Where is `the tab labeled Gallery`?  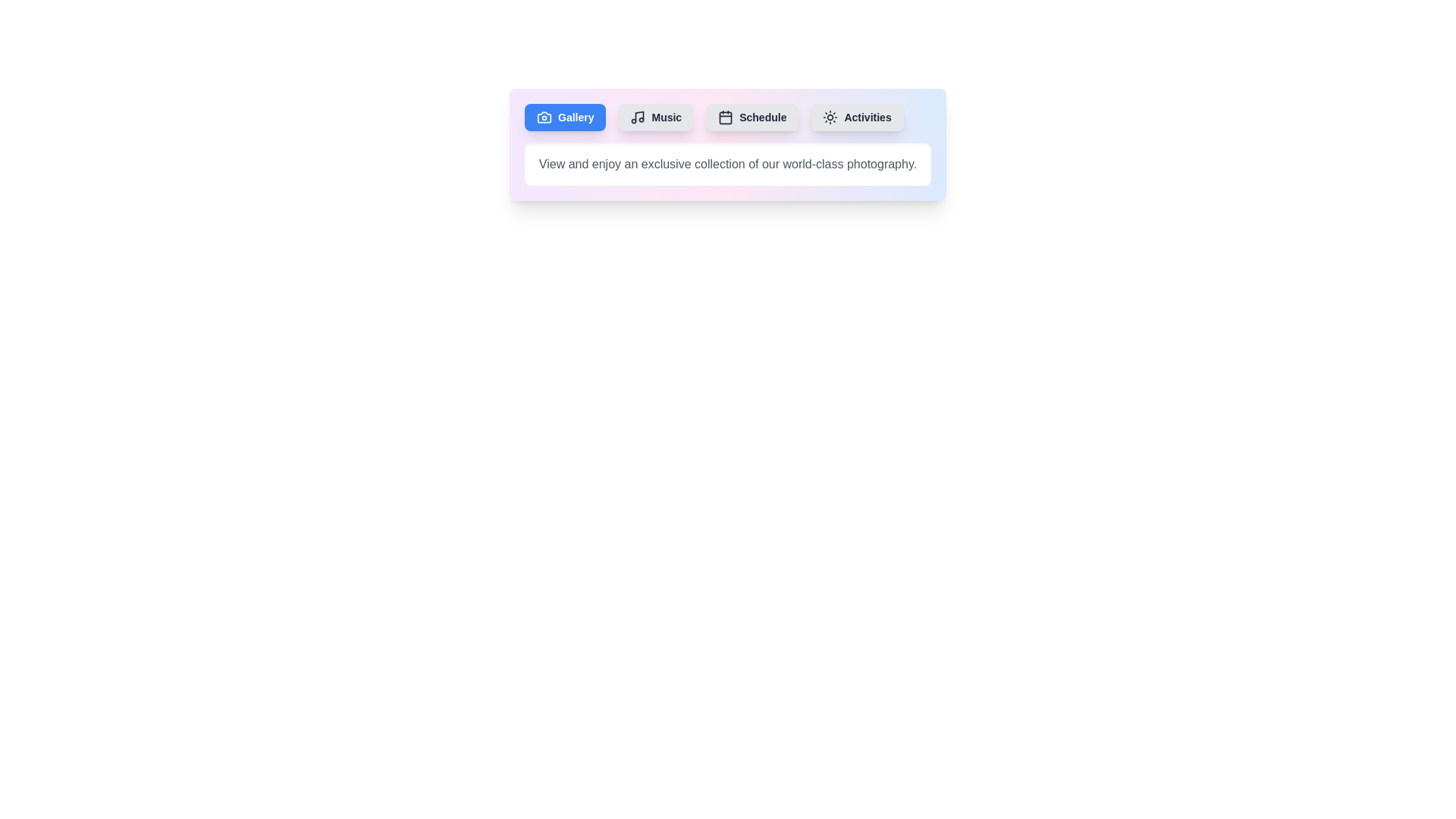 the tab labeled Gallery is located at coordinates (564, 116).